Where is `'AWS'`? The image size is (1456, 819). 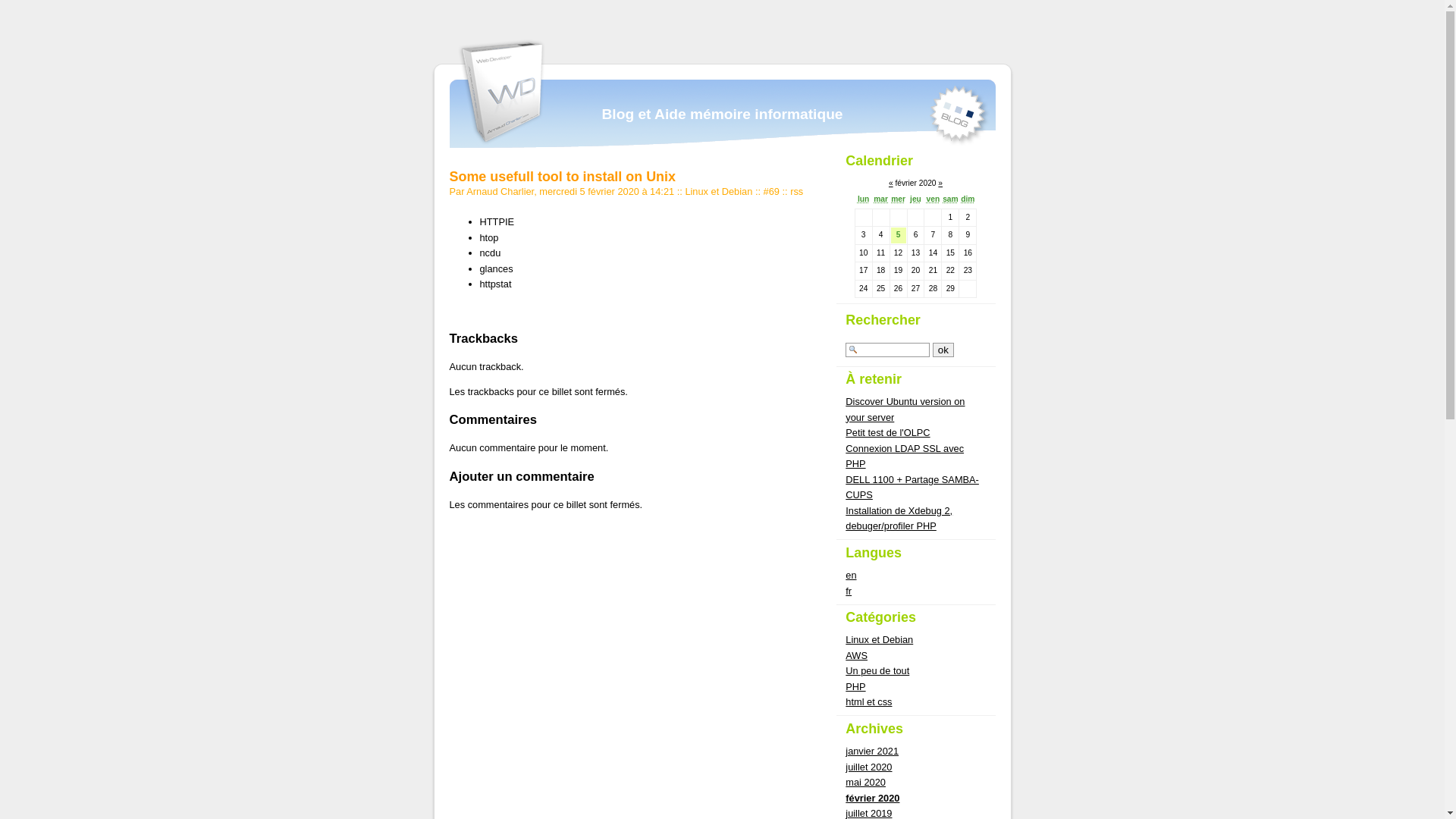
'AWS' is located at coordinates (856, 654).